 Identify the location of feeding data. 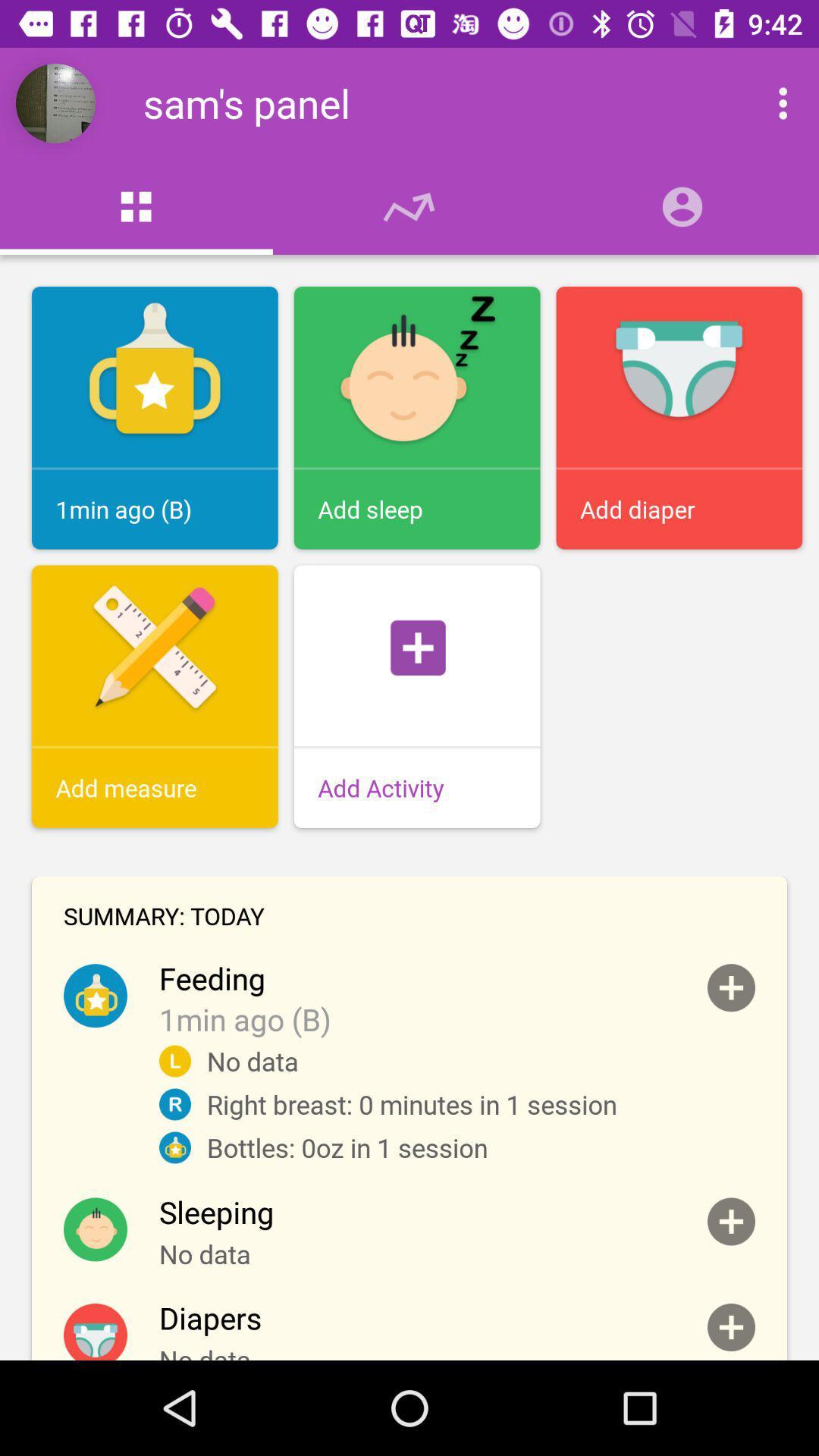
(730, 987).